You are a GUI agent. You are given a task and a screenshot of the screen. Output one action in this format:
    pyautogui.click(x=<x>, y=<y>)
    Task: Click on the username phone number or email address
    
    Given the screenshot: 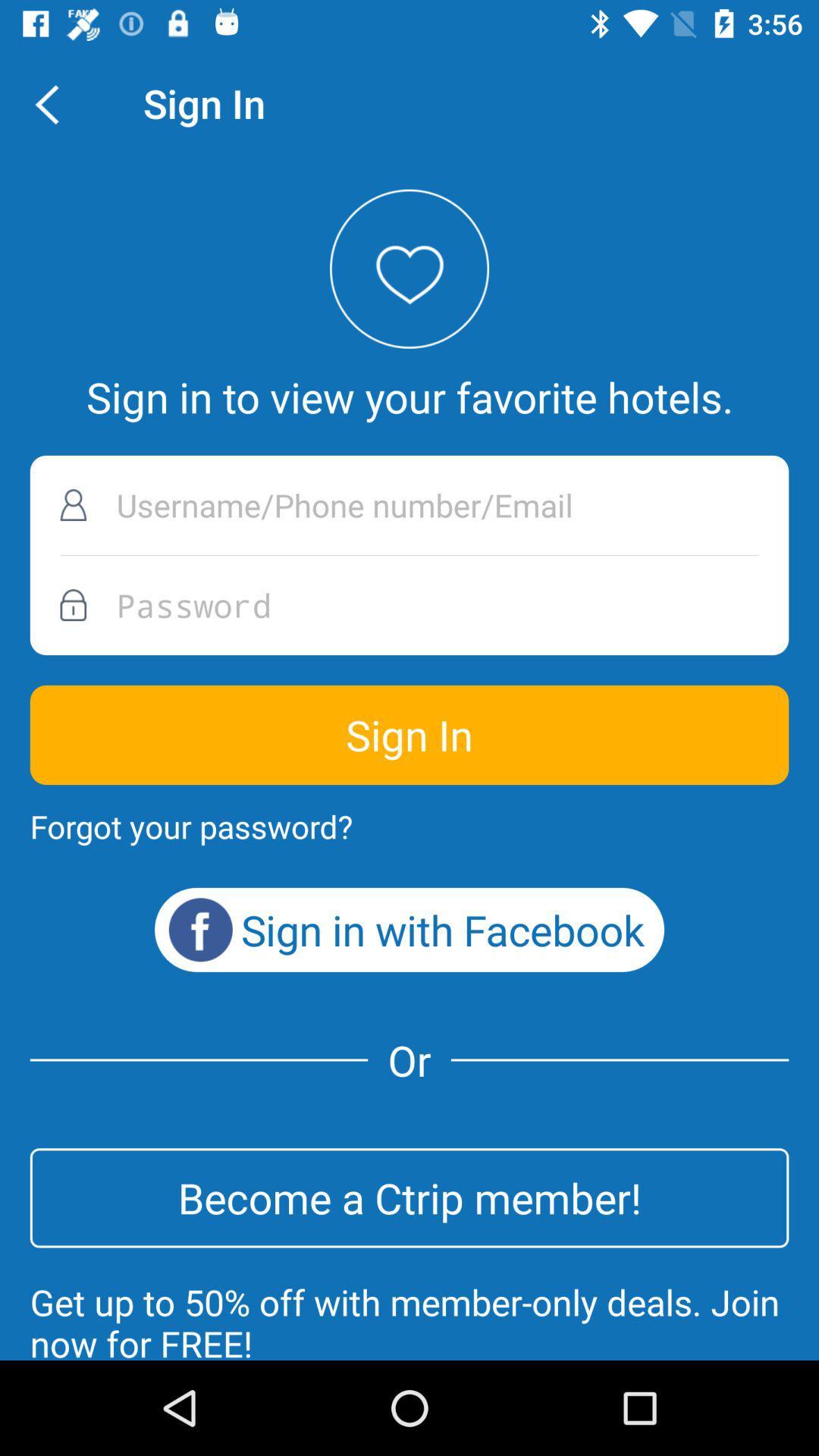 What is the action you would take?
    pyautogui.click(x=409, y=505)
    